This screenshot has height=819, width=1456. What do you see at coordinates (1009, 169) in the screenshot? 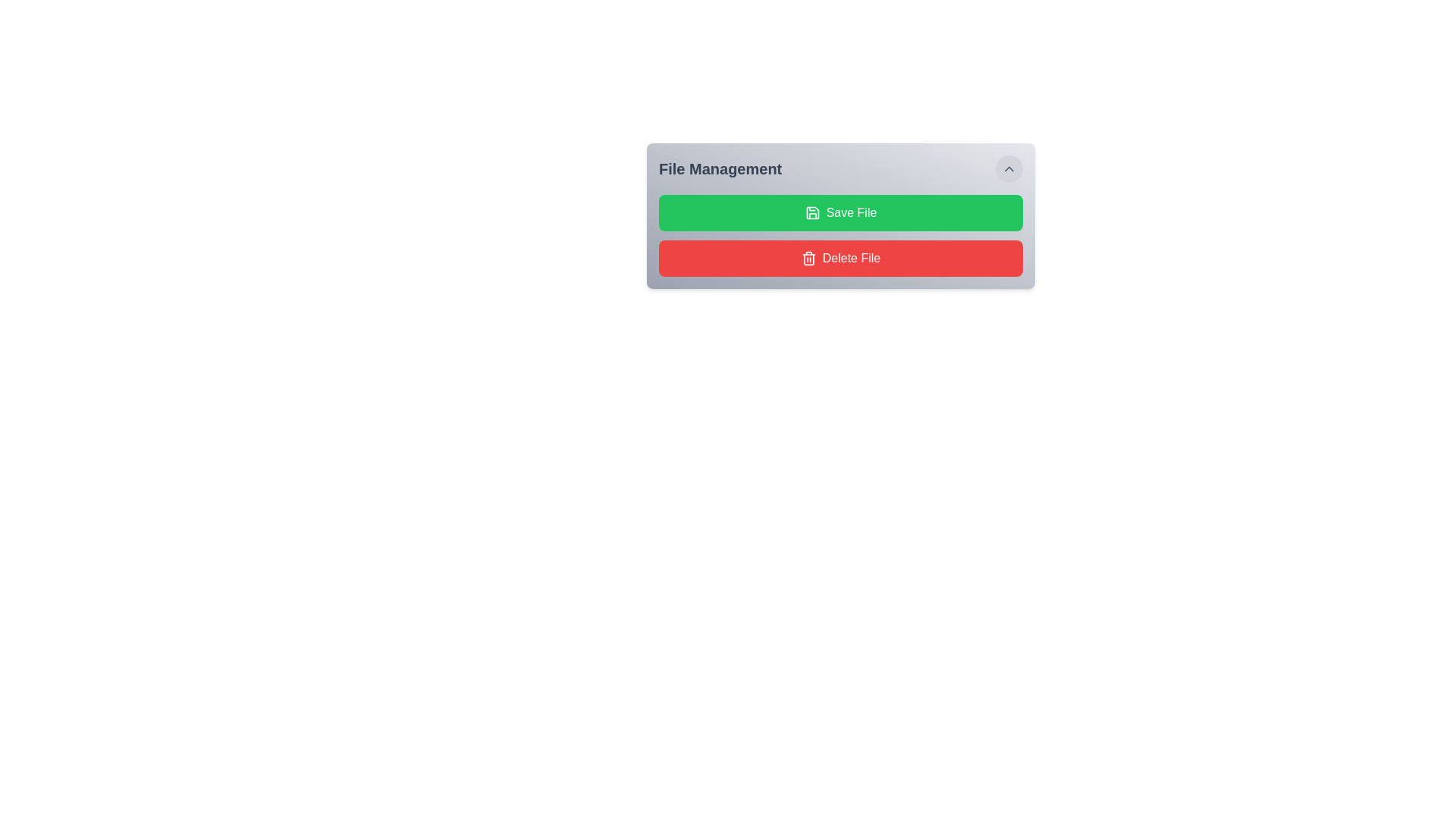
I see `the collapse button located in the top-right corner of the 'File Management' box, which features an upward-pointing chevron icon` at bounding box center [1009, 169].